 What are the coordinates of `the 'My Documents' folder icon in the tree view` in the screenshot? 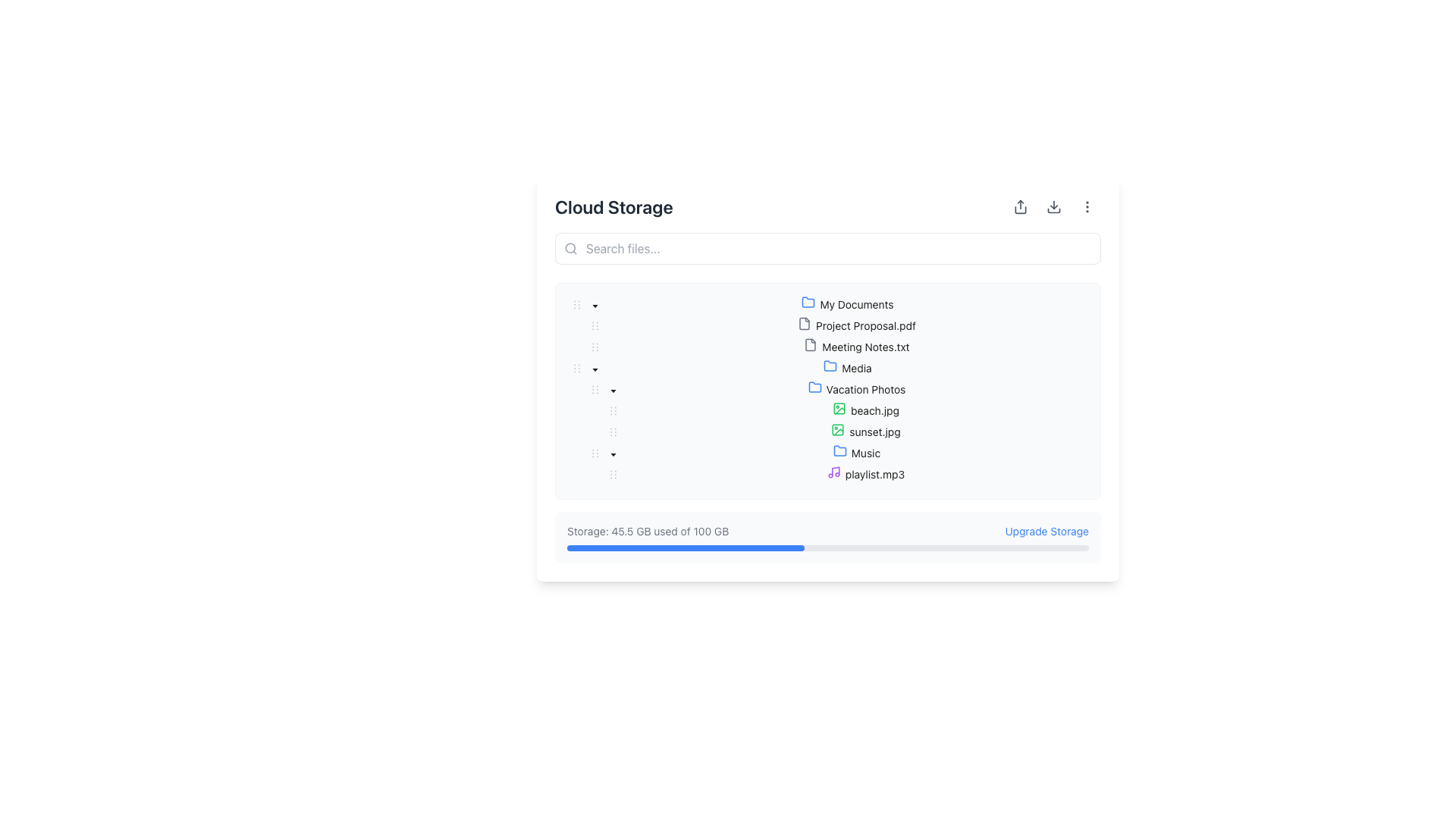 It's located at (827, 304).